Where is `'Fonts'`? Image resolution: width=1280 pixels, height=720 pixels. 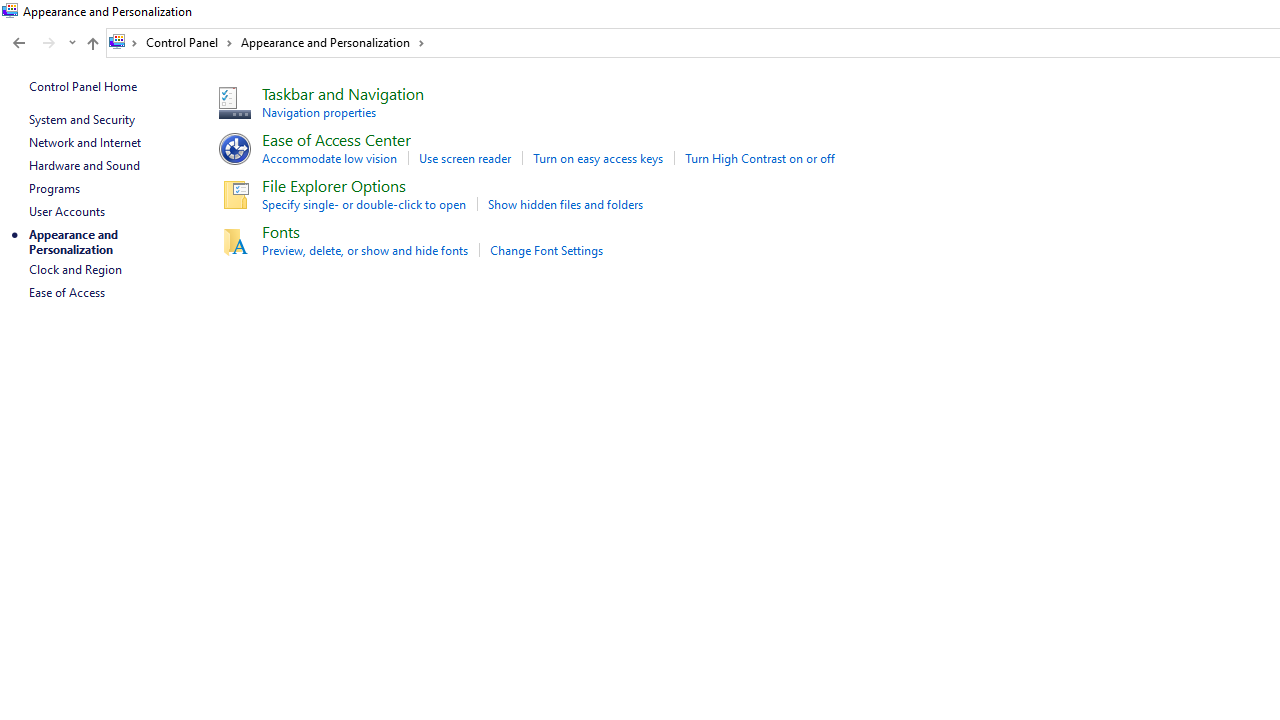 'Fonts' is located at coordinates (279, 230).